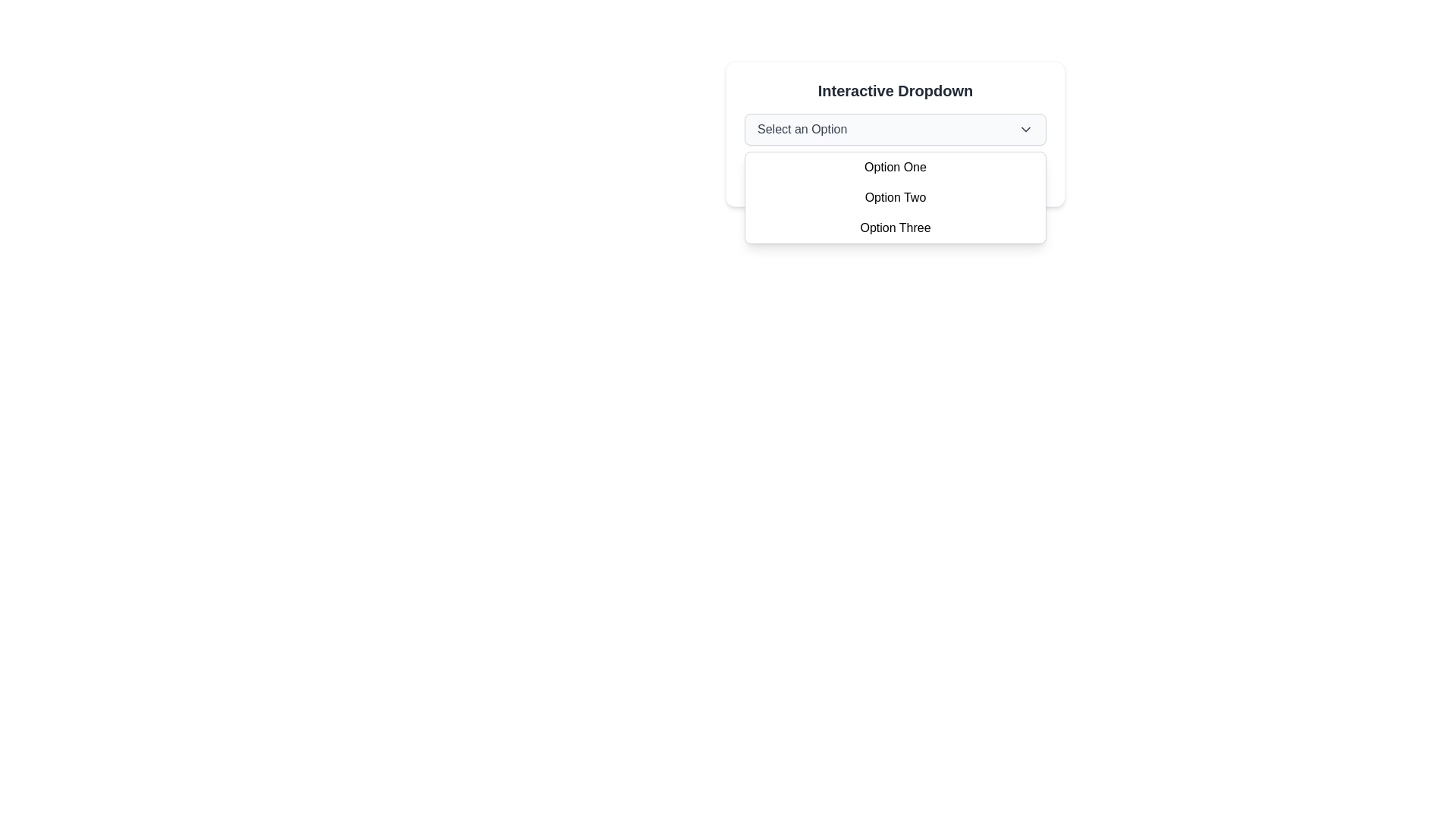 The height and width of the screenshot is (819, 1456). Describe the element at coordinates (895, 197) in the screenshot. I see `the second item in the dropdown menu, which displays 'Option Two' in bold dark font` at that location.